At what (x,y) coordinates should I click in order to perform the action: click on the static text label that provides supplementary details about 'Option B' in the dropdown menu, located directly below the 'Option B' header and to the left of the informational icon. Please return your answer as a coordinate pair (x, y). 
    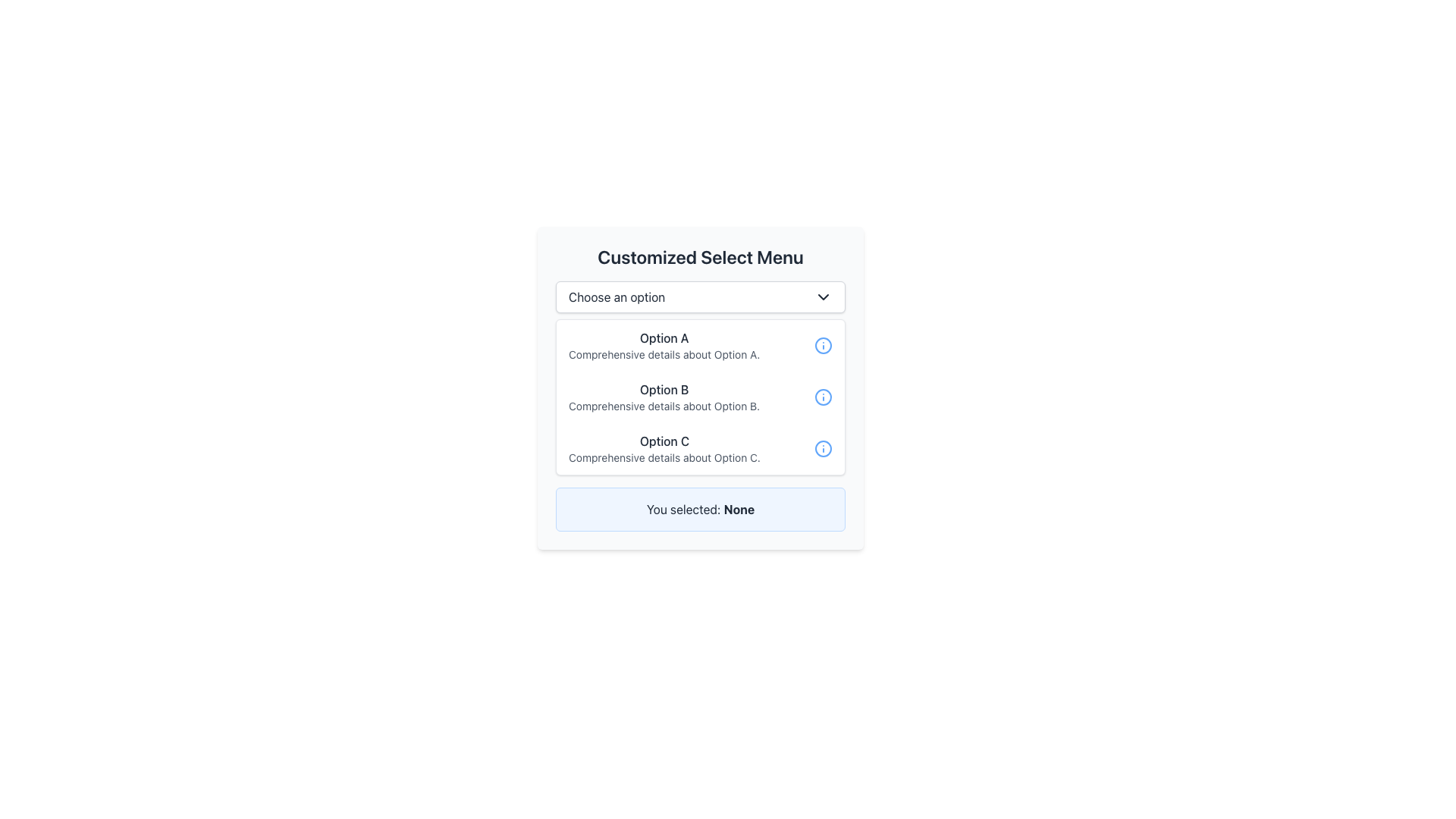
    Looking at the image, I should click on (664, 406).